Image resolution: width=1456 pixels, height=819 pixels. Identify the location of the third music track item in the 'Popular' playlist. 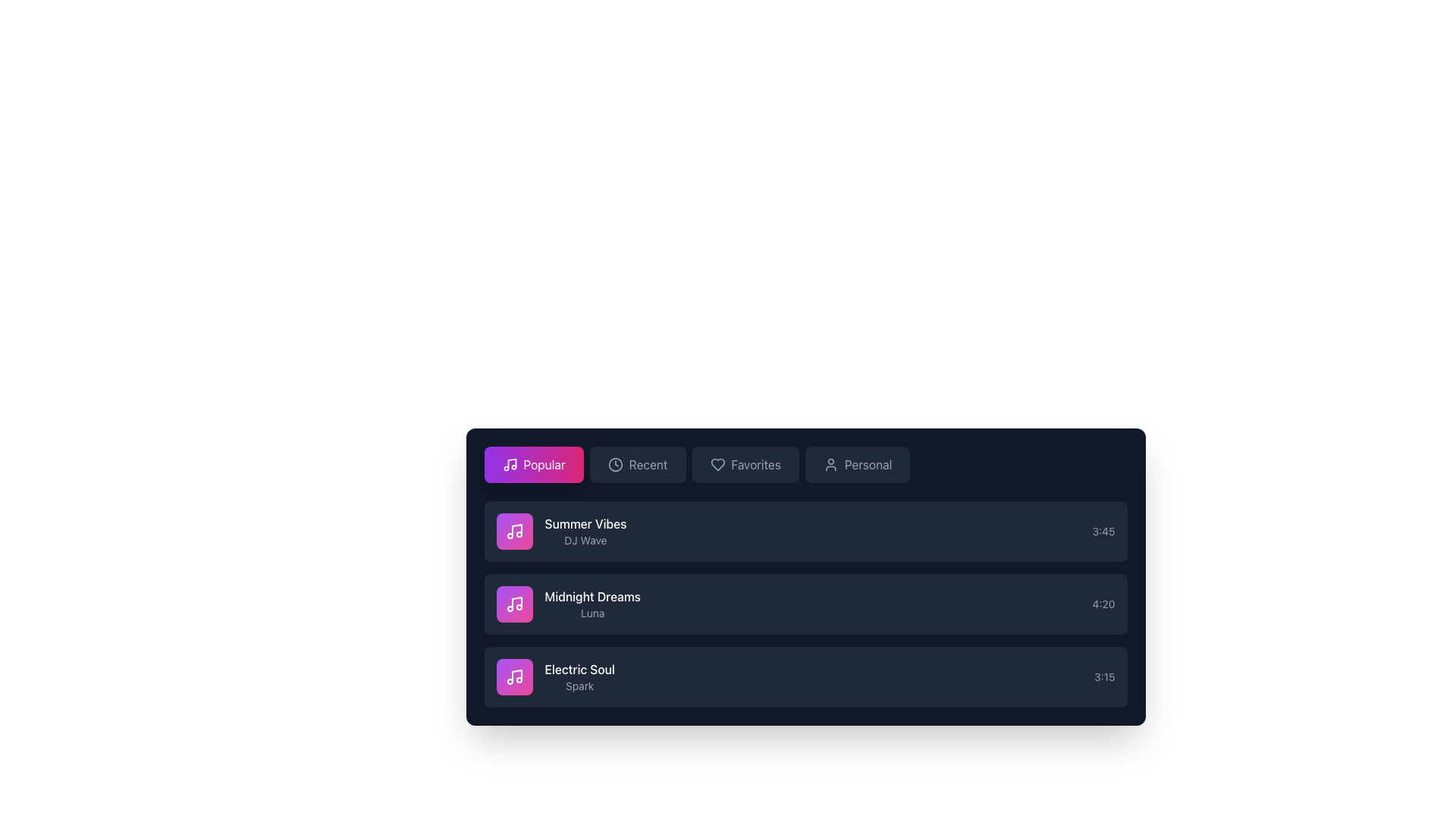
(554, 676).